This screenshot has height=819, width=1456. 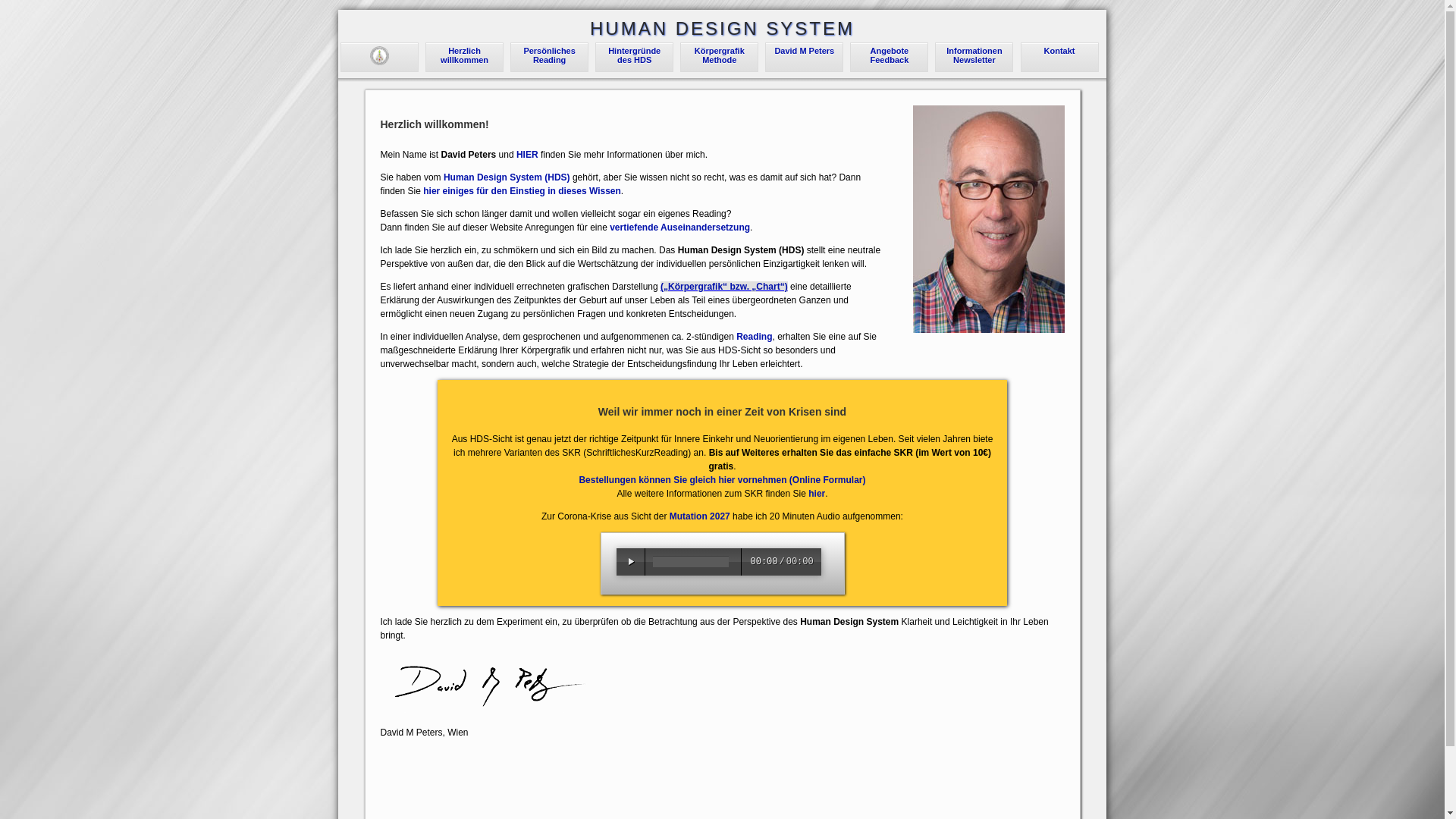 I want to click on 'Herzlich, so click(x=463, y=55).